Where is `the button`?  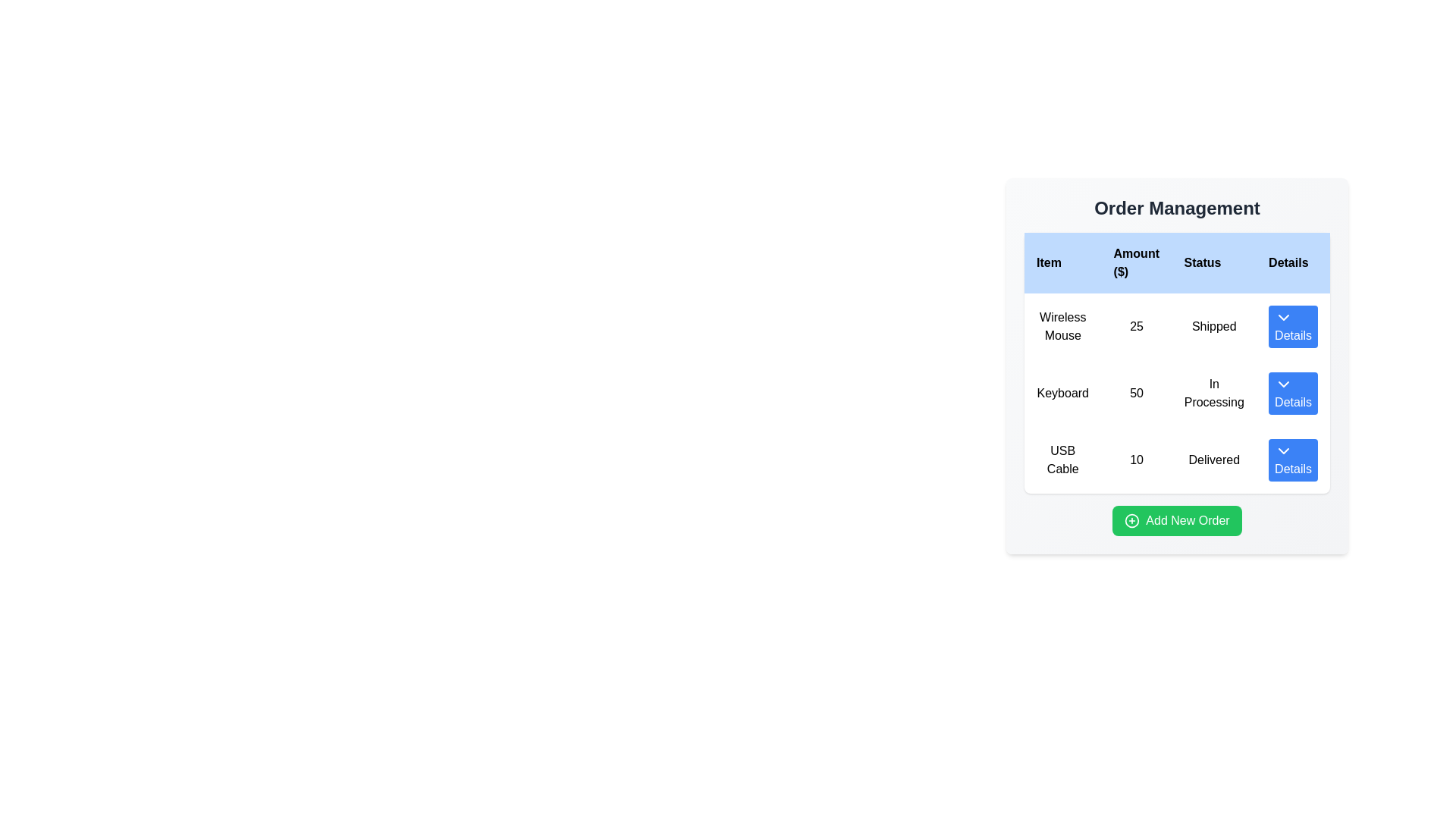 the button is located at coordinates (1292, 326).